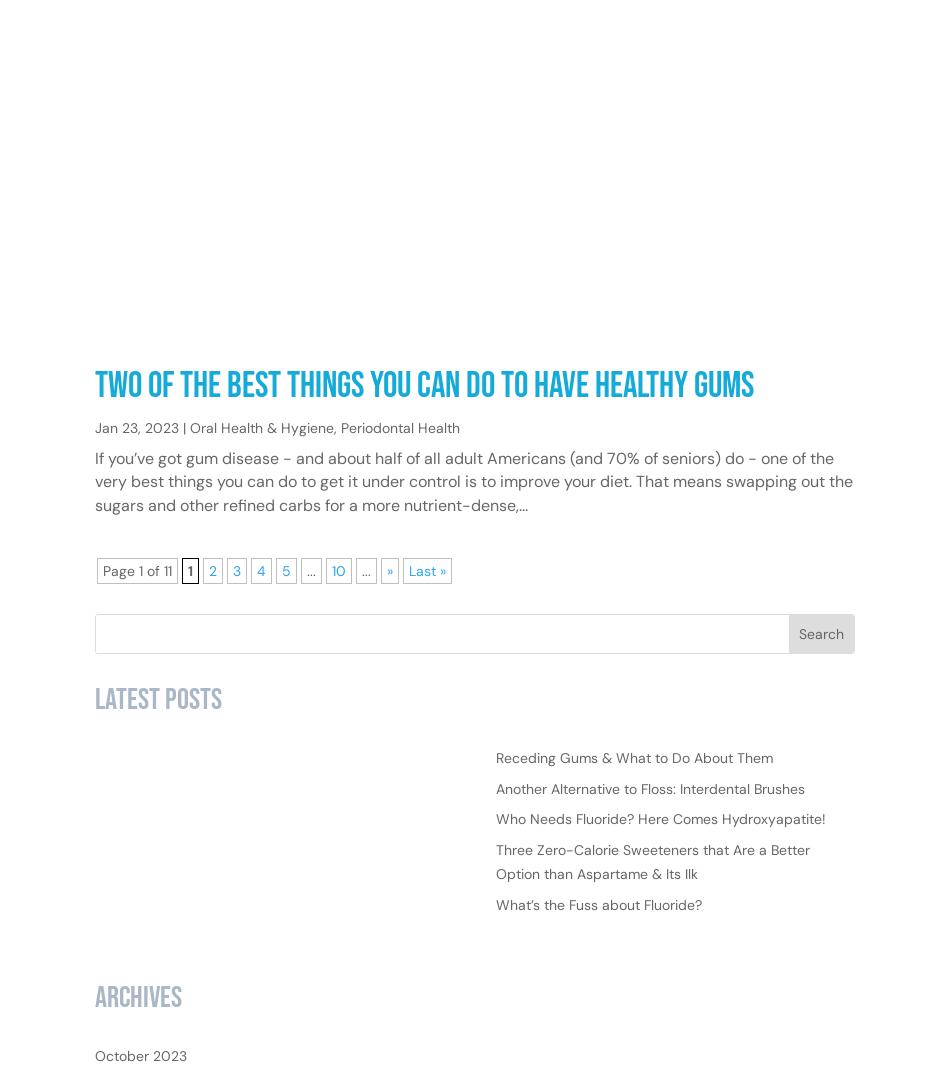 Image resolution: width=950 pixels, height=1078 pixels. Describe the element at coordinates (190, 634) in the screenshot. I see `'1'` at that location.